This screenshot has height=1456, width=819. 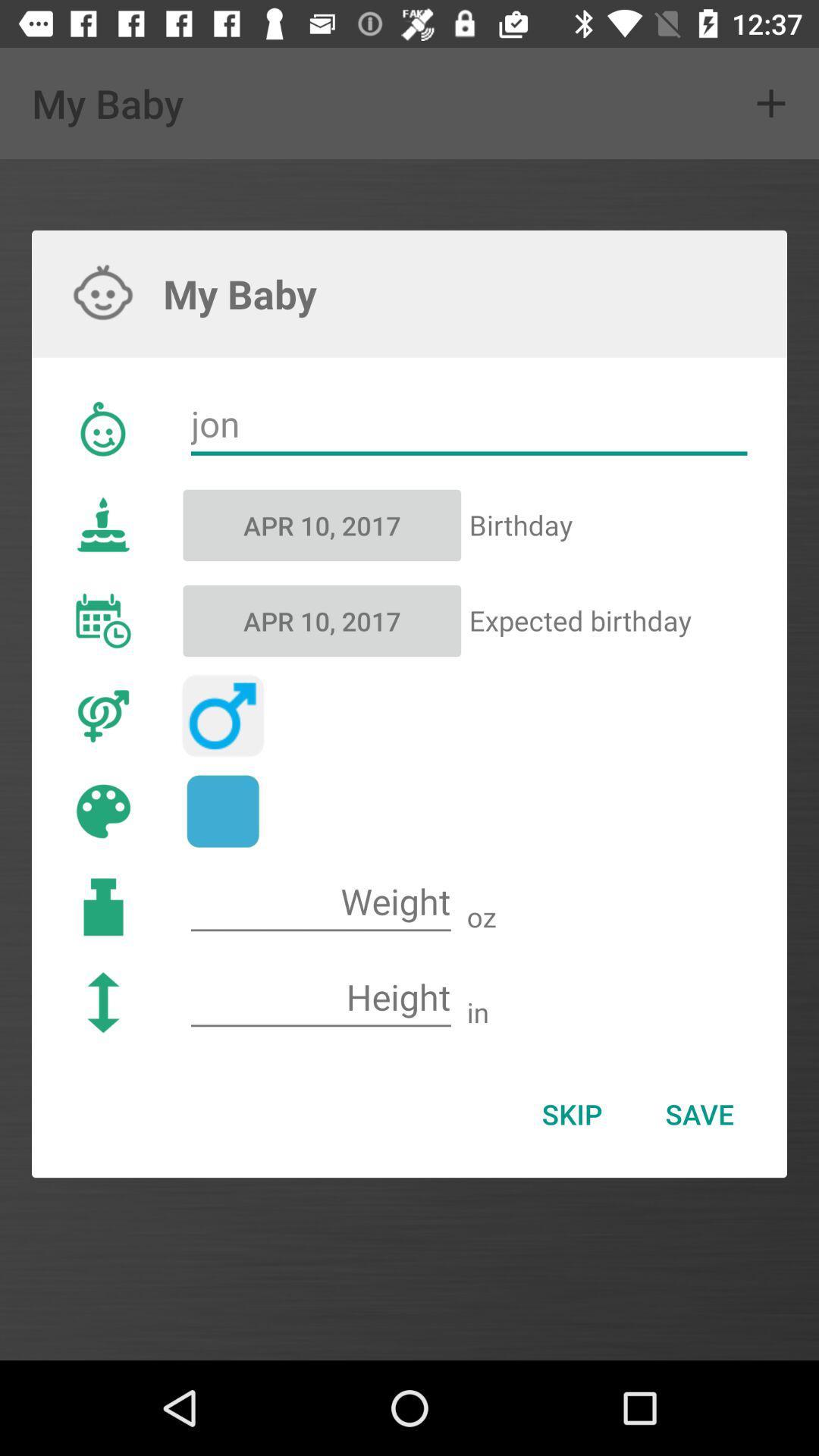 What do you see at coordinates (468, 425) in the screenshot?
I see `the icon above the birthday` at bounding box center [468, 425].